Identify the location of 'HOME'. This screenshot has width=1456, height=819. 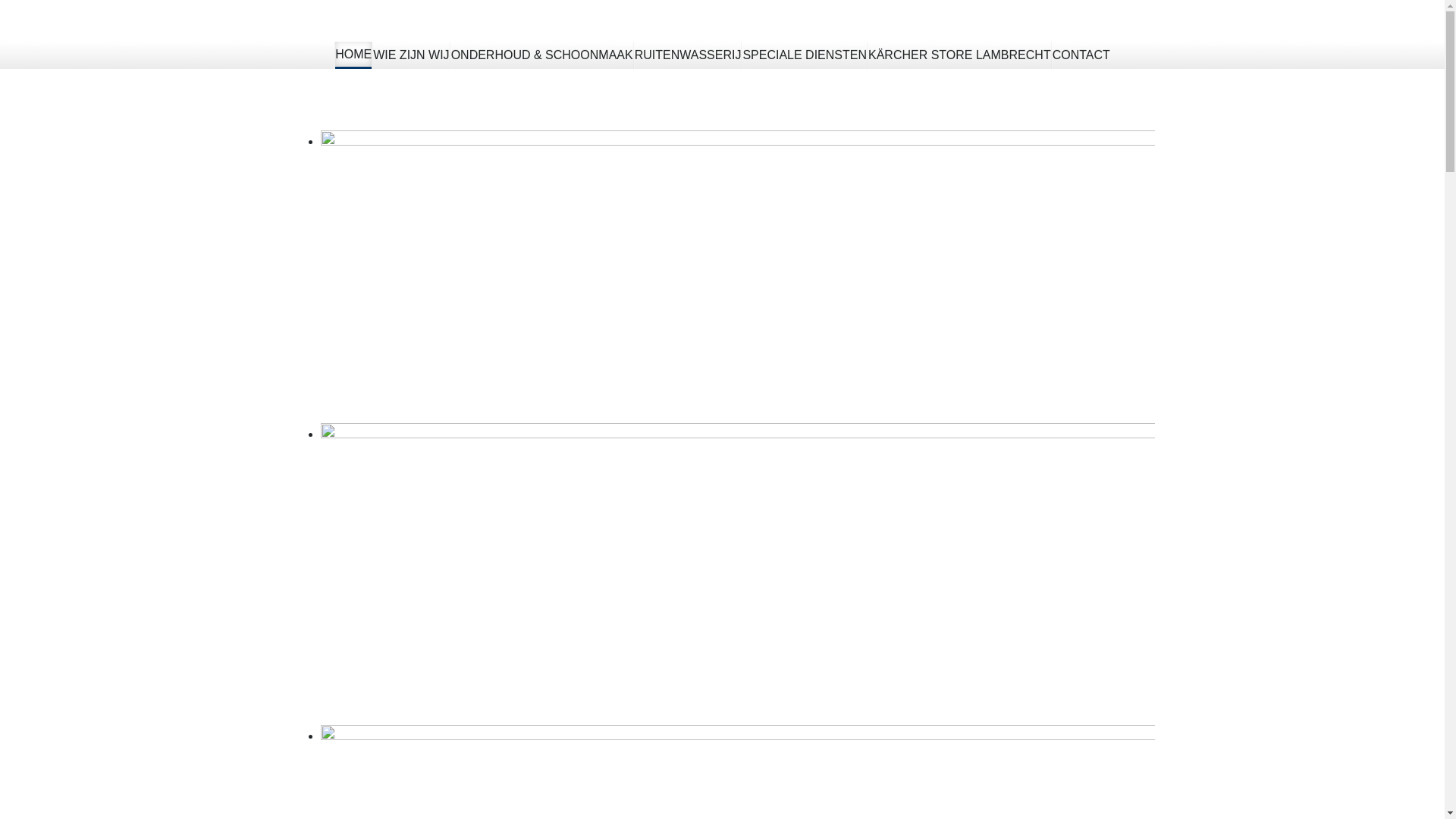
(352, 55).